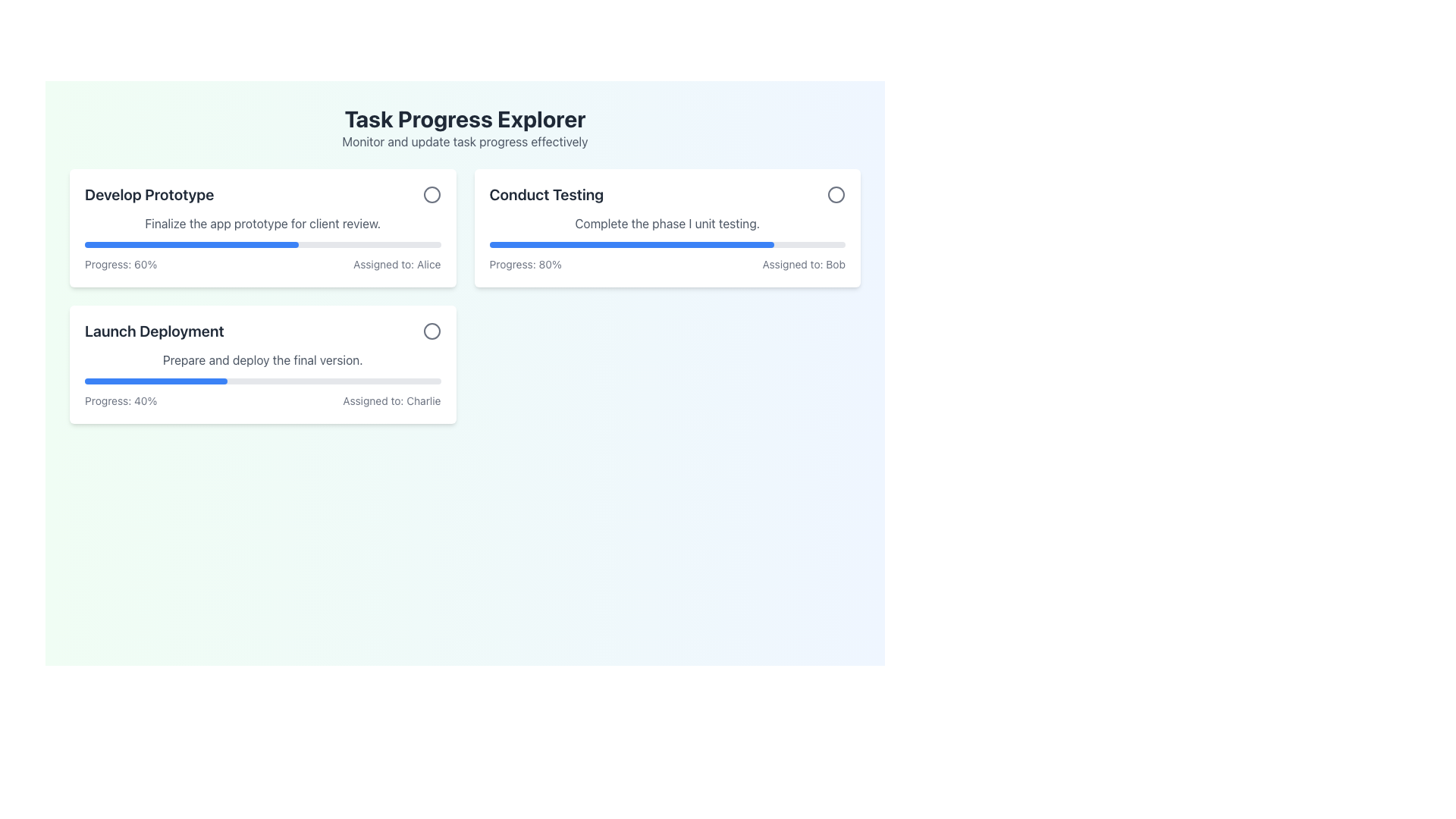 The width and height of the screenshot is (1456, 819). I want to click on text displayed on the progress percentage label for the task 'Conduct Testing', which is located to the left of the text 'Assigned to: Bob', so click(526, 263).